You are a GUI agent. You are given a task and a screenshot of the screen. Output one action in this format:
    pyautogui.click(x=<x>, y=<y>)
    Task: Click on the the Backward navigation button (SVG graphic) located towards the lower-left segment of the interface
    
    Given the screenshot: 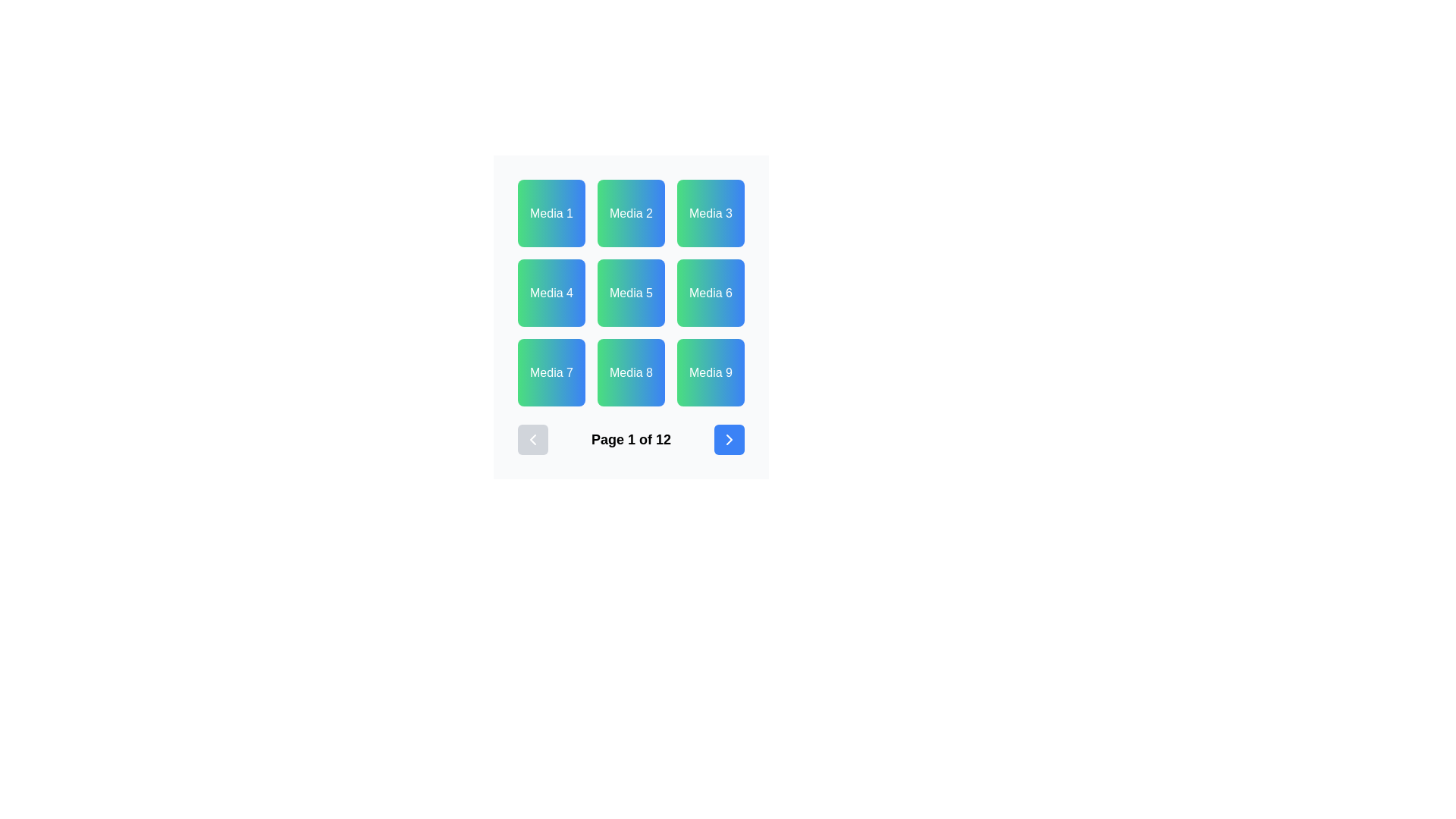 What is the action you would take?
    pyautogui.click(x=532, y=439)
    